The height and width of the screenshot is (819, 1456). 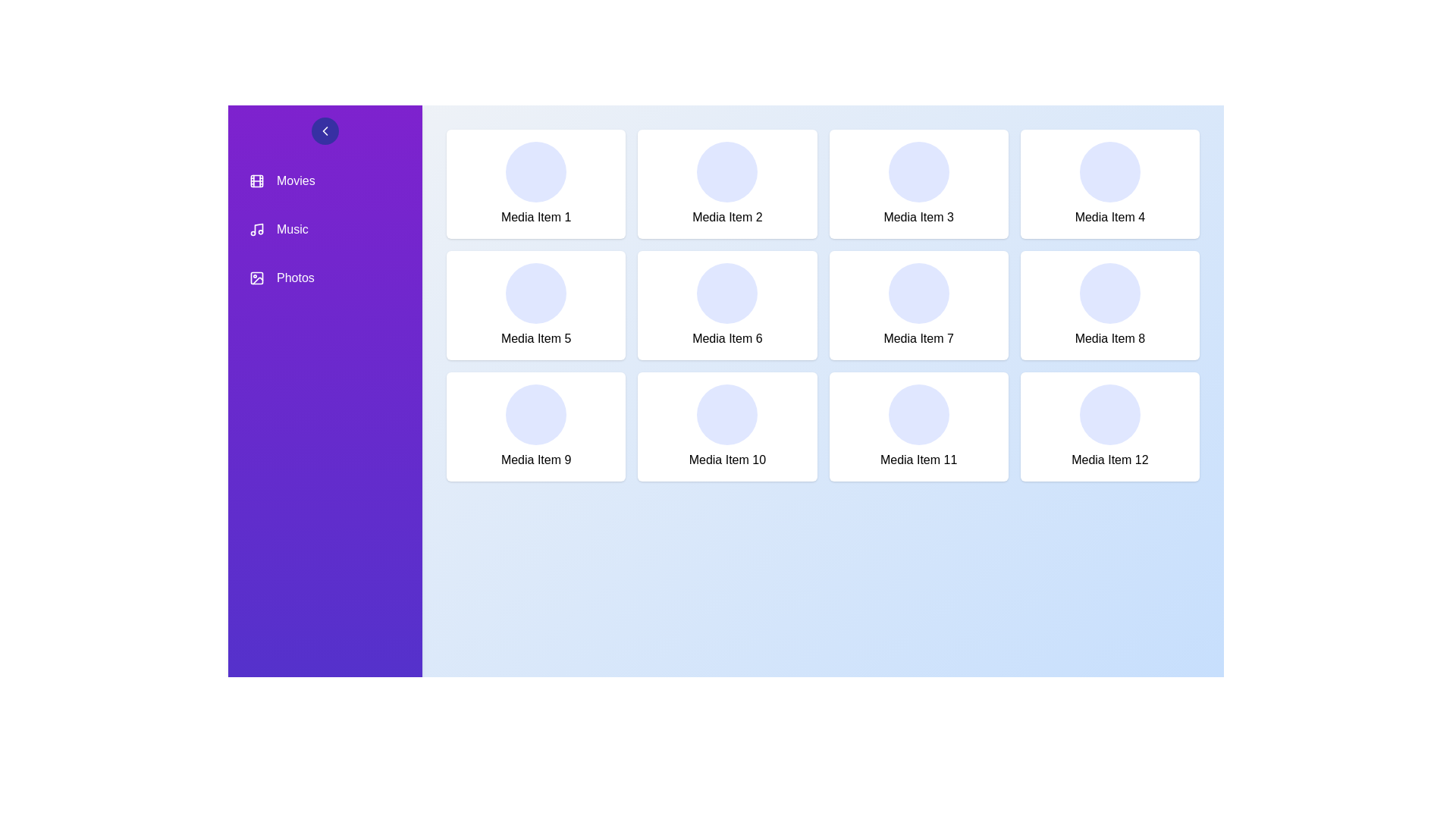 I want to click on the navigation item Movies in the sidebar, so click(x=324, y=180).